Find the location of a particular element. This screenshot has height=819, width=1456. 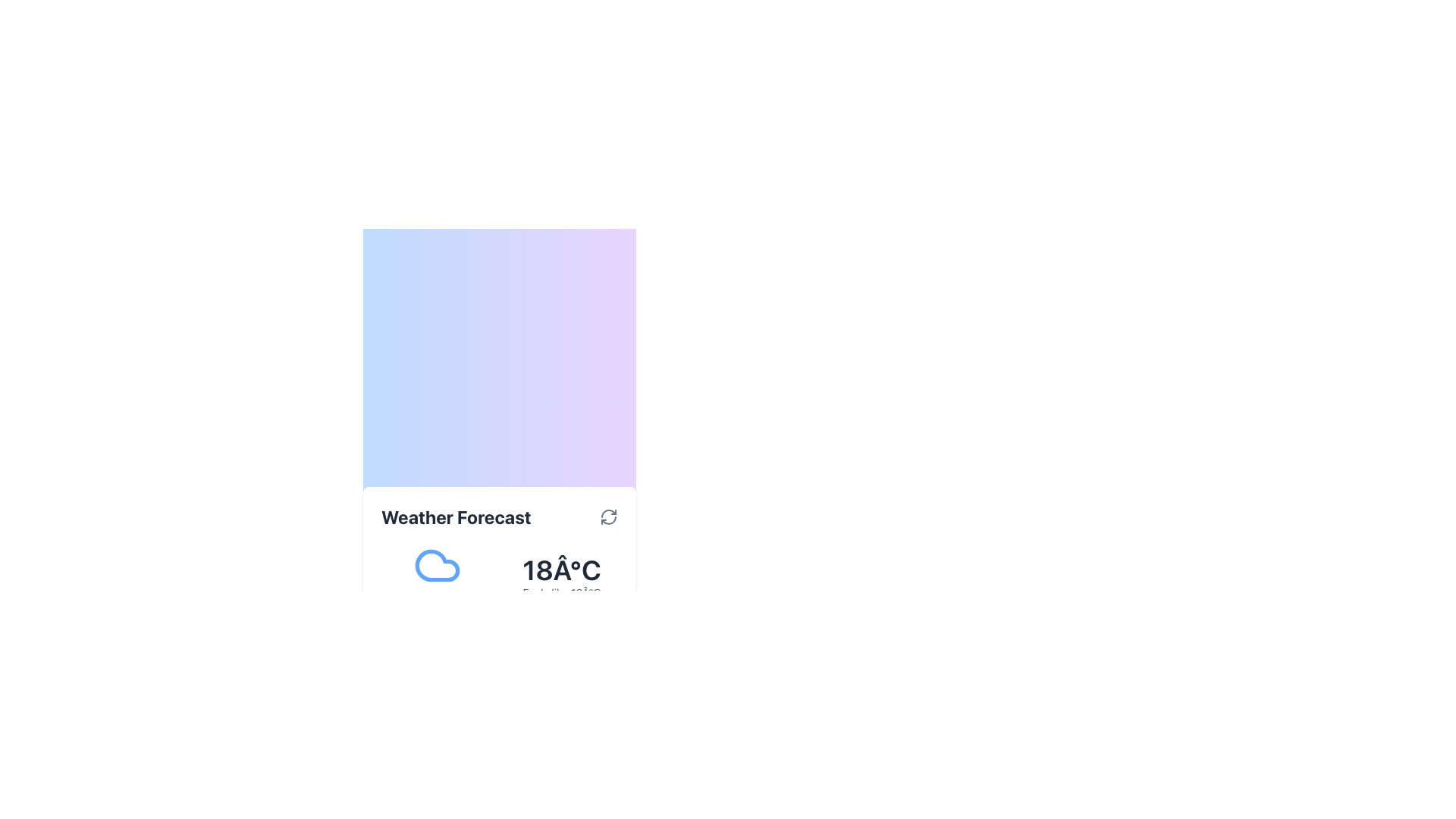

temperature information displayed in the Text Block which shows '18°C' in bold and 'Feels like 16°C' below it is located at coordinates (560, 578).